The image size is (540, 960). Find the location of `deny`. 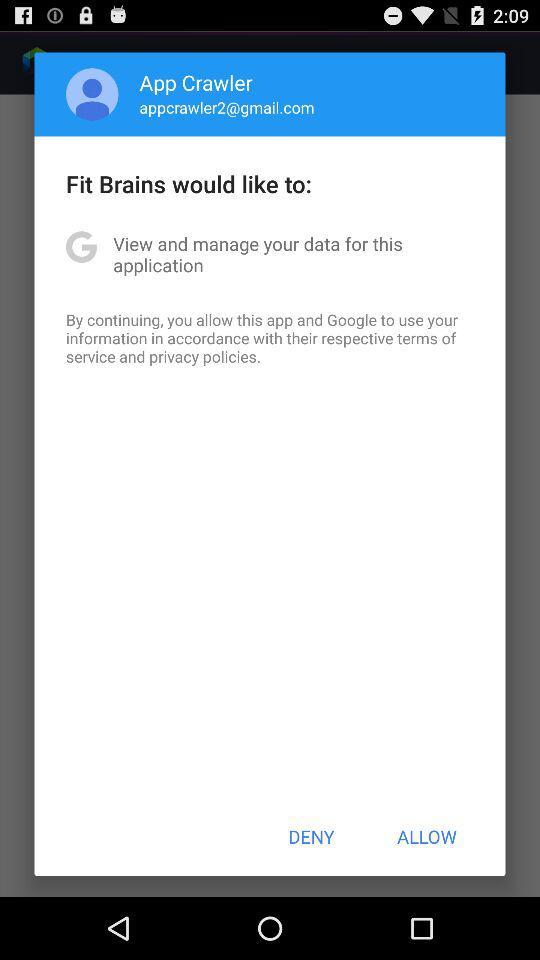

deny is located at coordinates (311, 836).